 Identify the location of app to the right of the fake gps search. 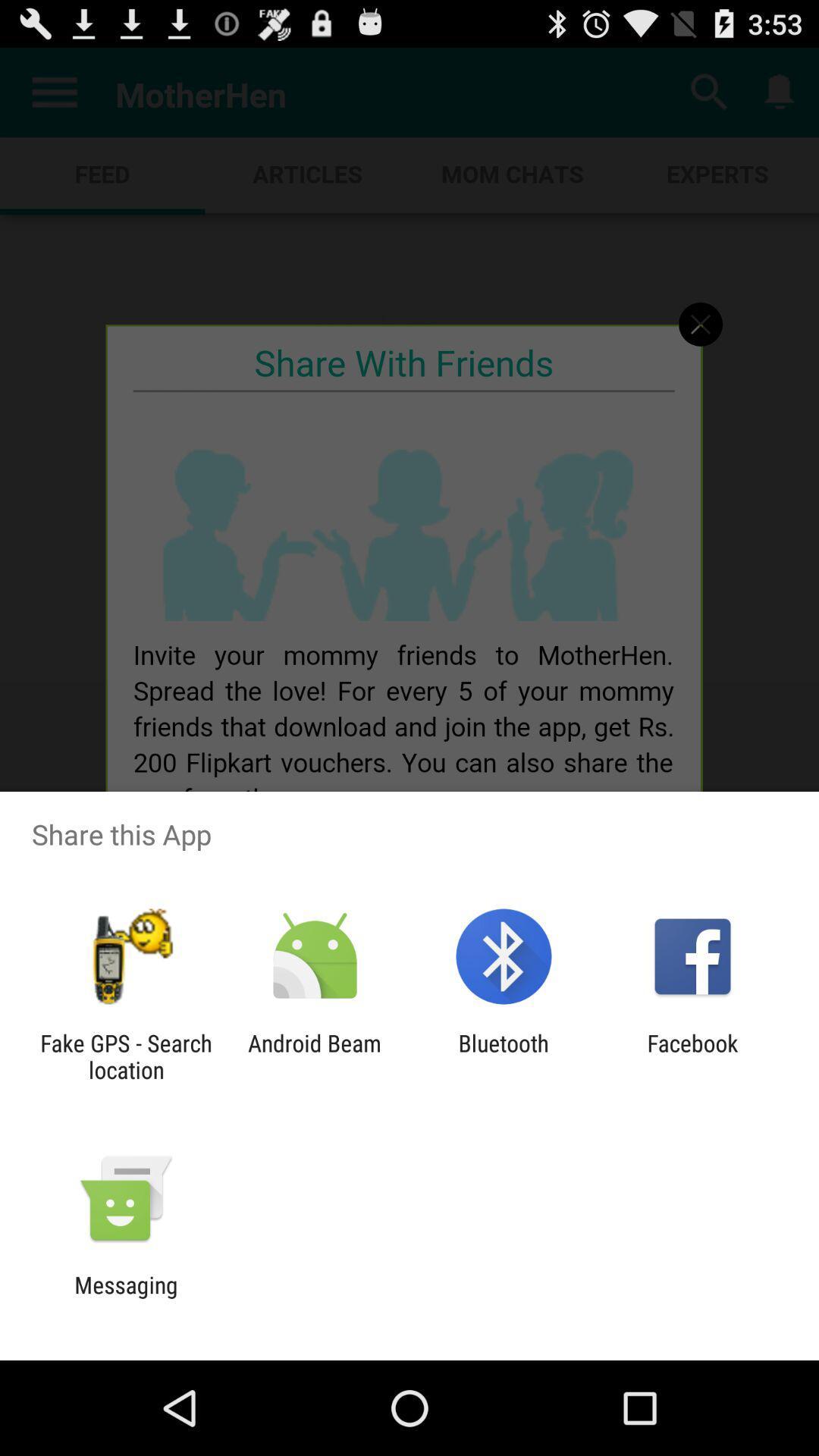
(314, 1056).